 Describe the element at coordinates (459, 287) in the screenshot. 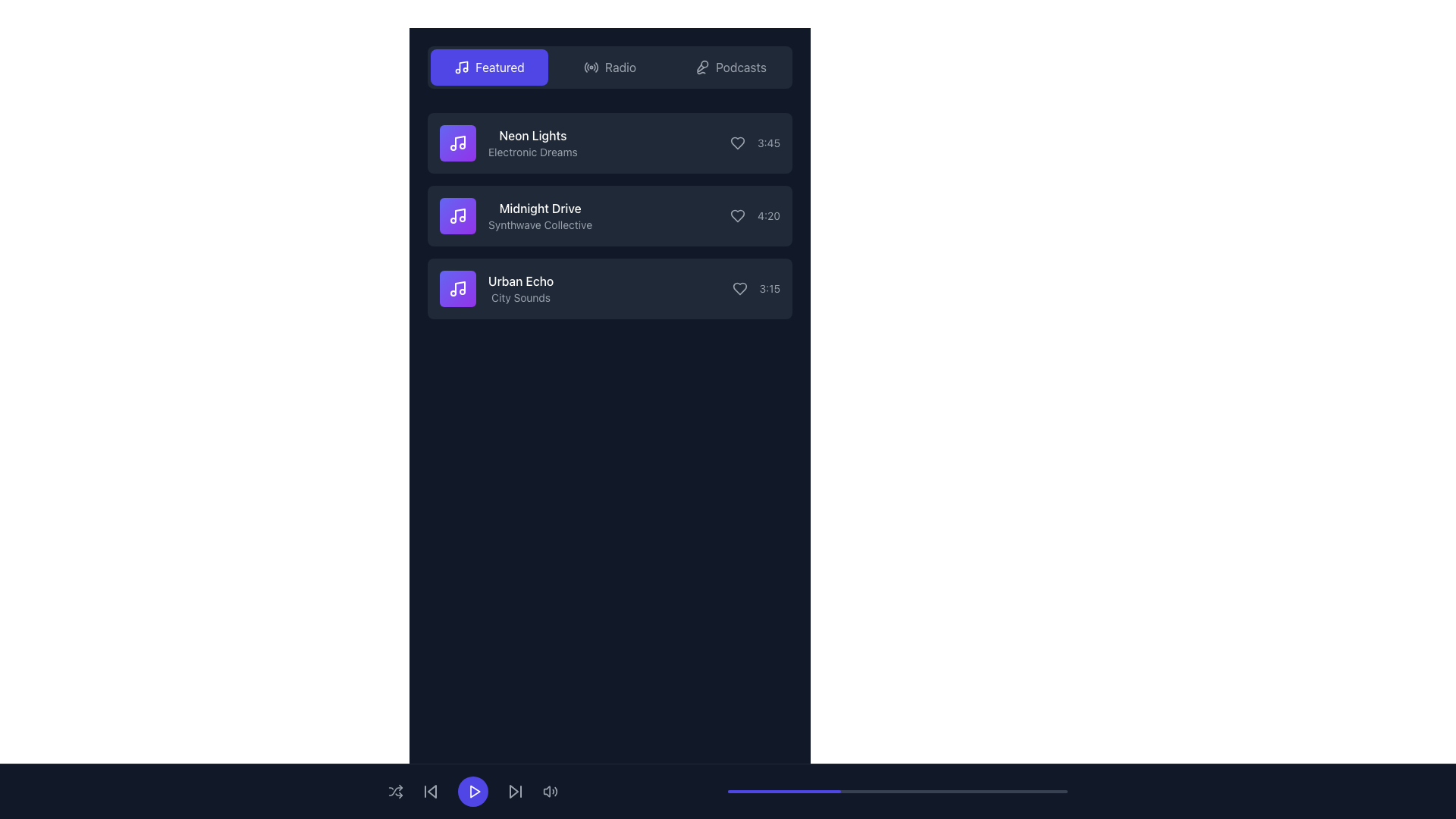

I see `the musical note icon representing the audio file 'Urban Echo', which is located towards the bottom of the list of icons` at that location.